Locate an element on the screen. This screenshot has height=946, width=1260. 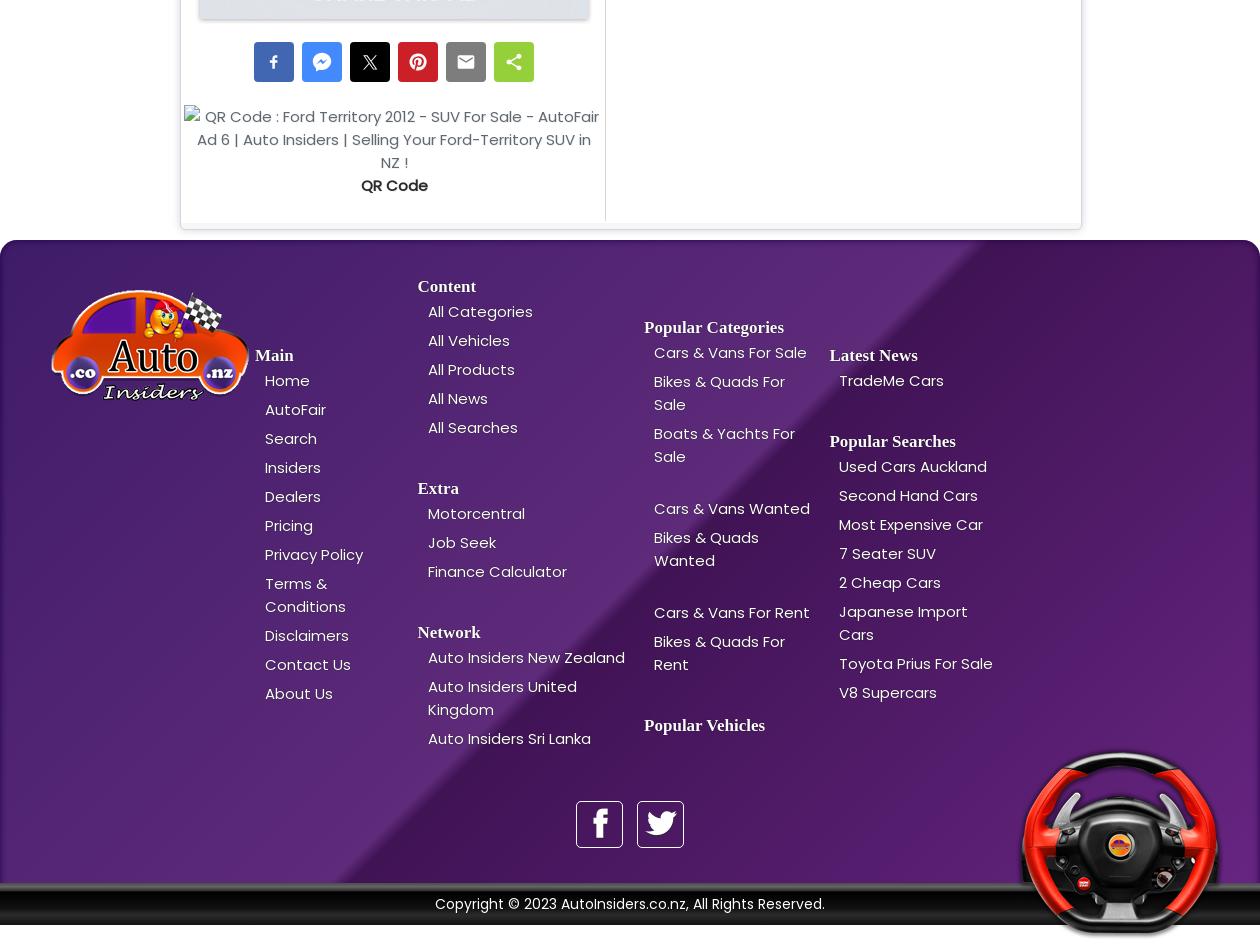
'Home' is located at coordinates (287, 379).